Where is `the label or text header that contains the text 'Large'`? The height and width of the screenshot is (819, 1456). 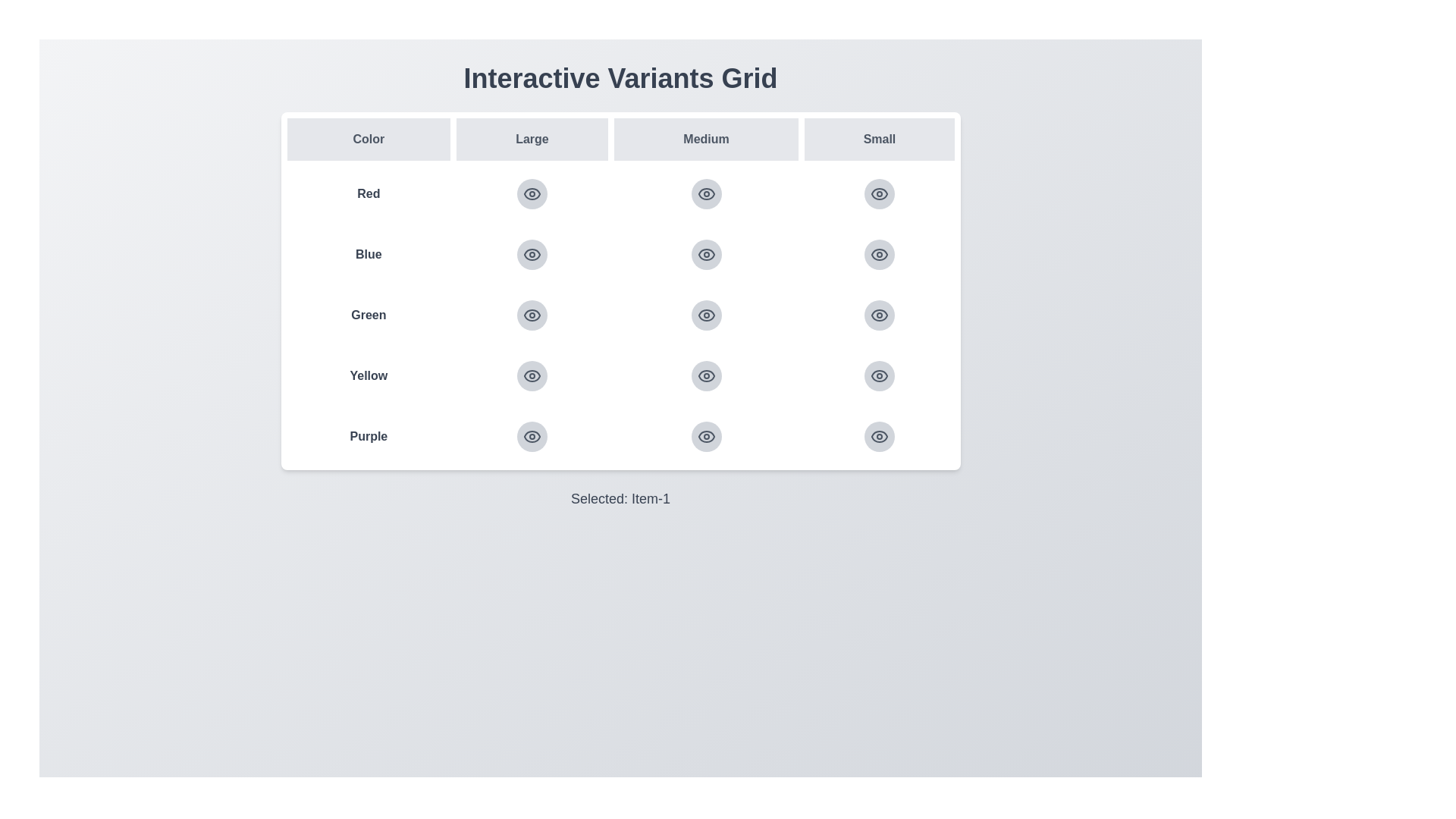
the label or text header that contains the text 'Large' is located at coordinates (532, 140).